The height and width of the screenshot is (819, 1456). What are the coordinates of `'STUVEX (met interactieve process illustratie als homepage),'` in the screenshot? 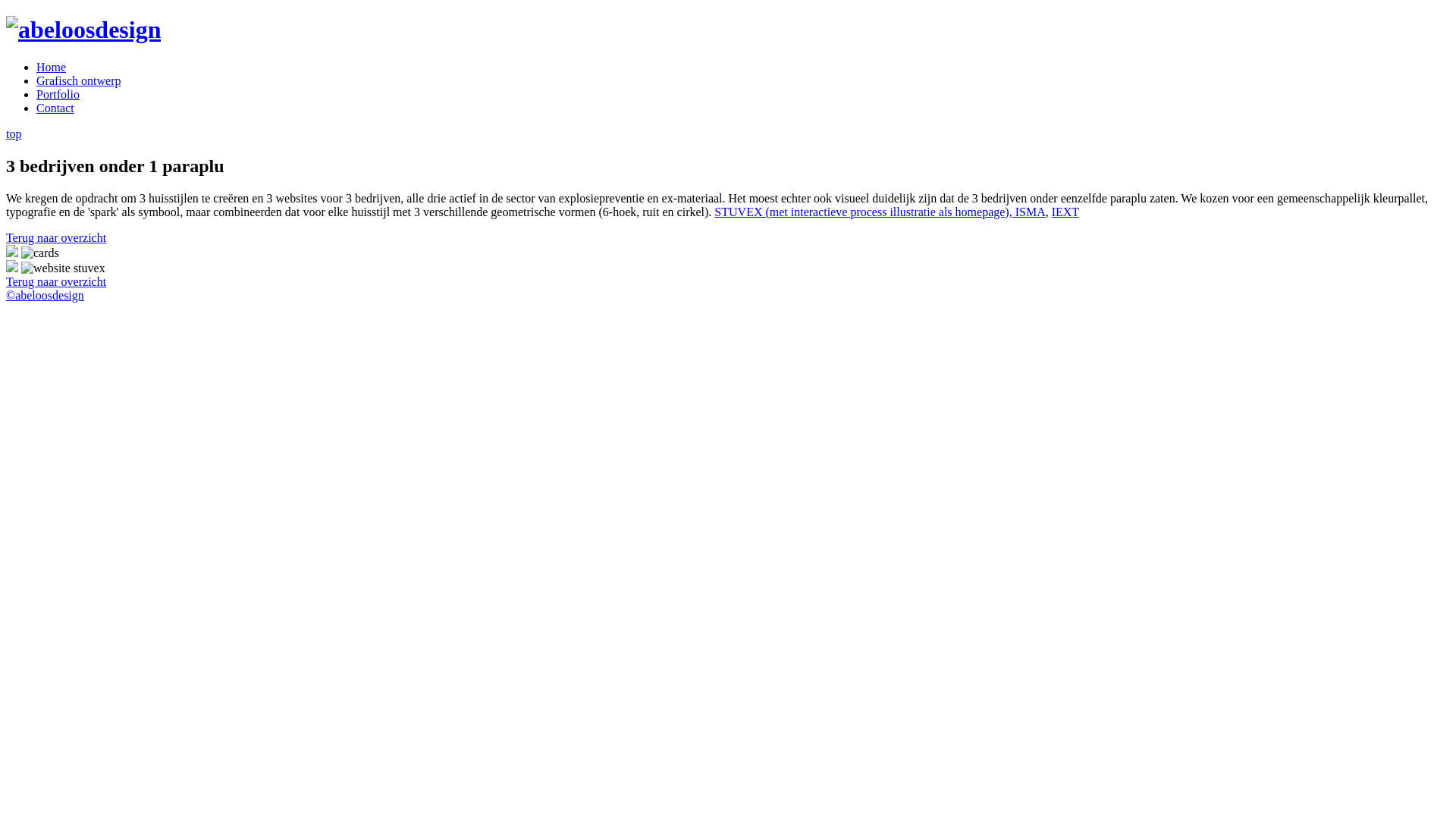 It's located at (864, 212).